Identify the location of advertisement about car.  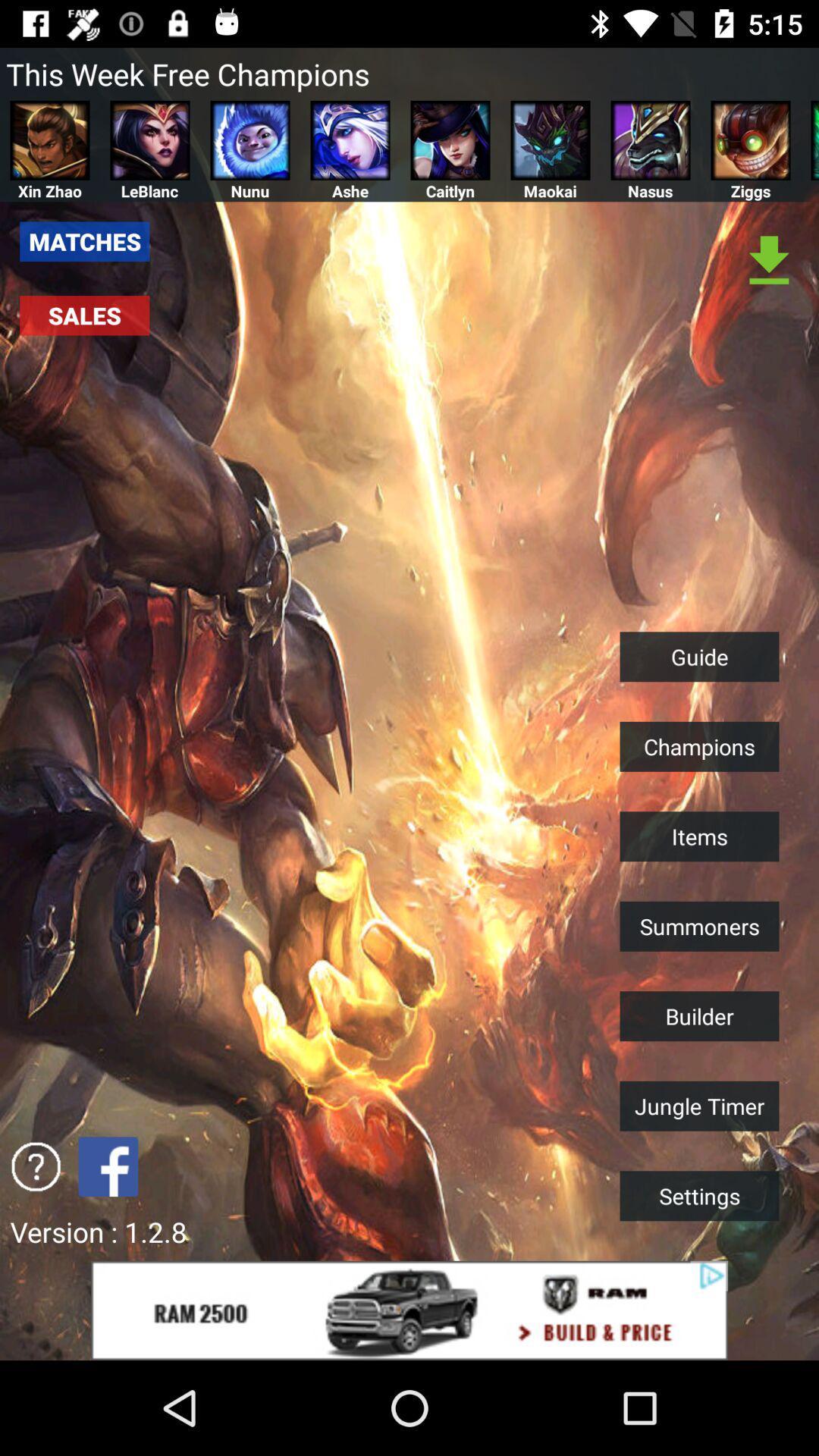
(409, 1310).